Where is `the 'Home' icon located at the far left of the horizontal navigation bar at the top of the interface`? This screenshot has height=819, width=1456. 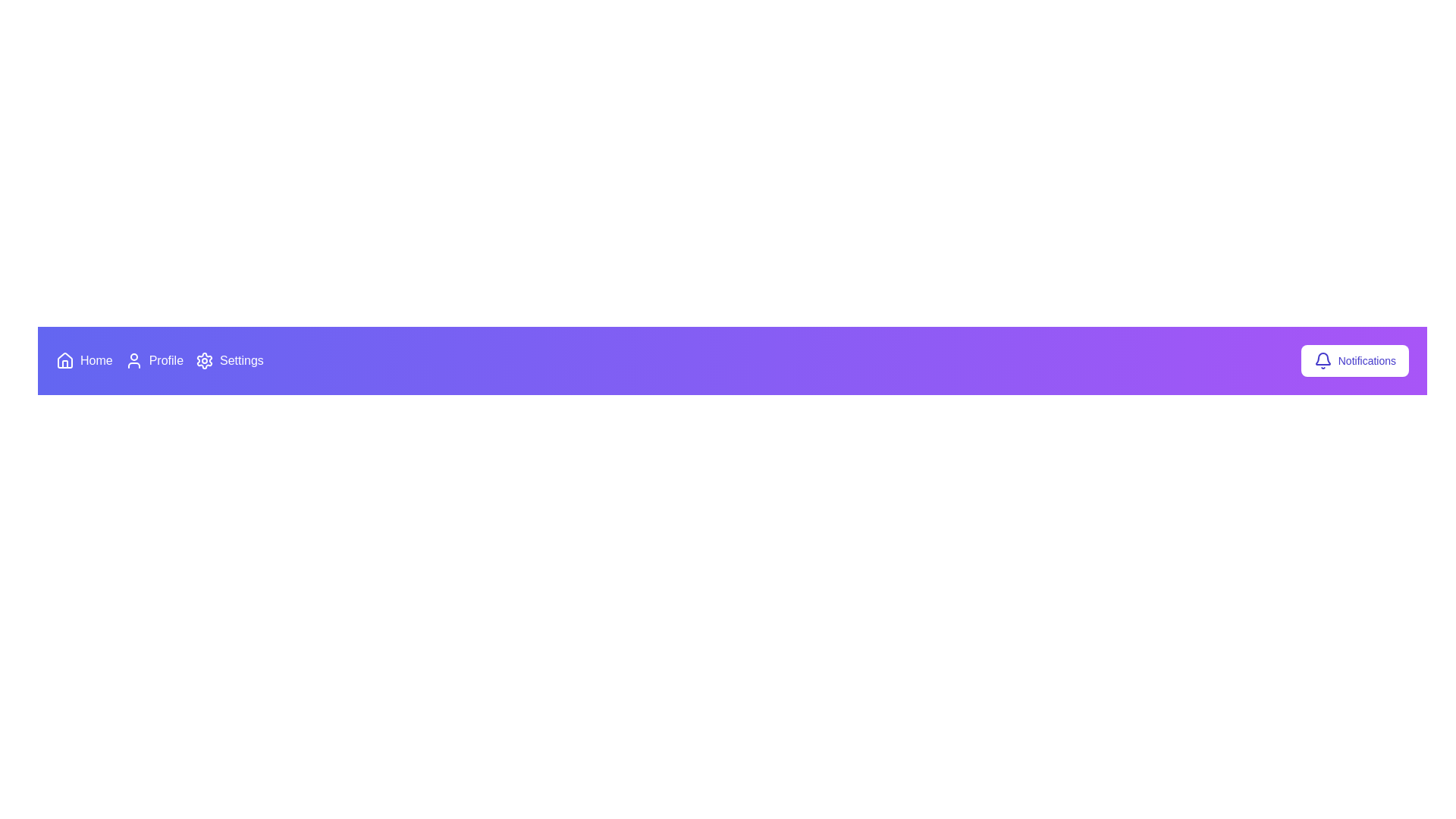 the 'Home' icon located at the far left of the horizontal navigation bar at the top of the interface is located at coordinates (64, 360).